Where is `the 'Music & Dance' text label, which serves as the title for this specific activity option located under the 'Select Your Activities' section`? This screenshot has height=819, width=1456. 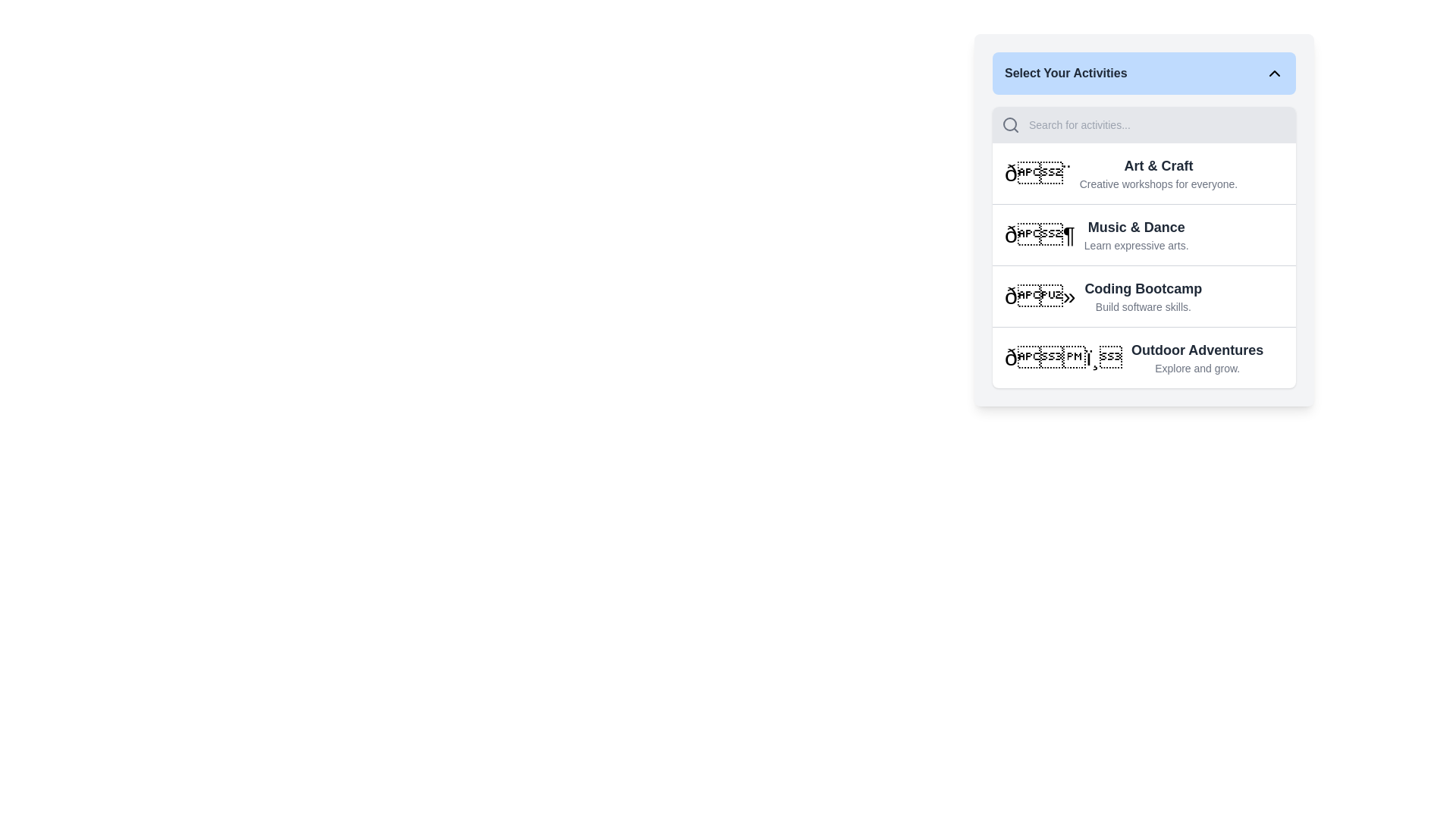
the 'Music & Dance' text label, which serves as the title for this specific activity option located under the 'Select Your Activities' section is located at coordinates (1136, 227).